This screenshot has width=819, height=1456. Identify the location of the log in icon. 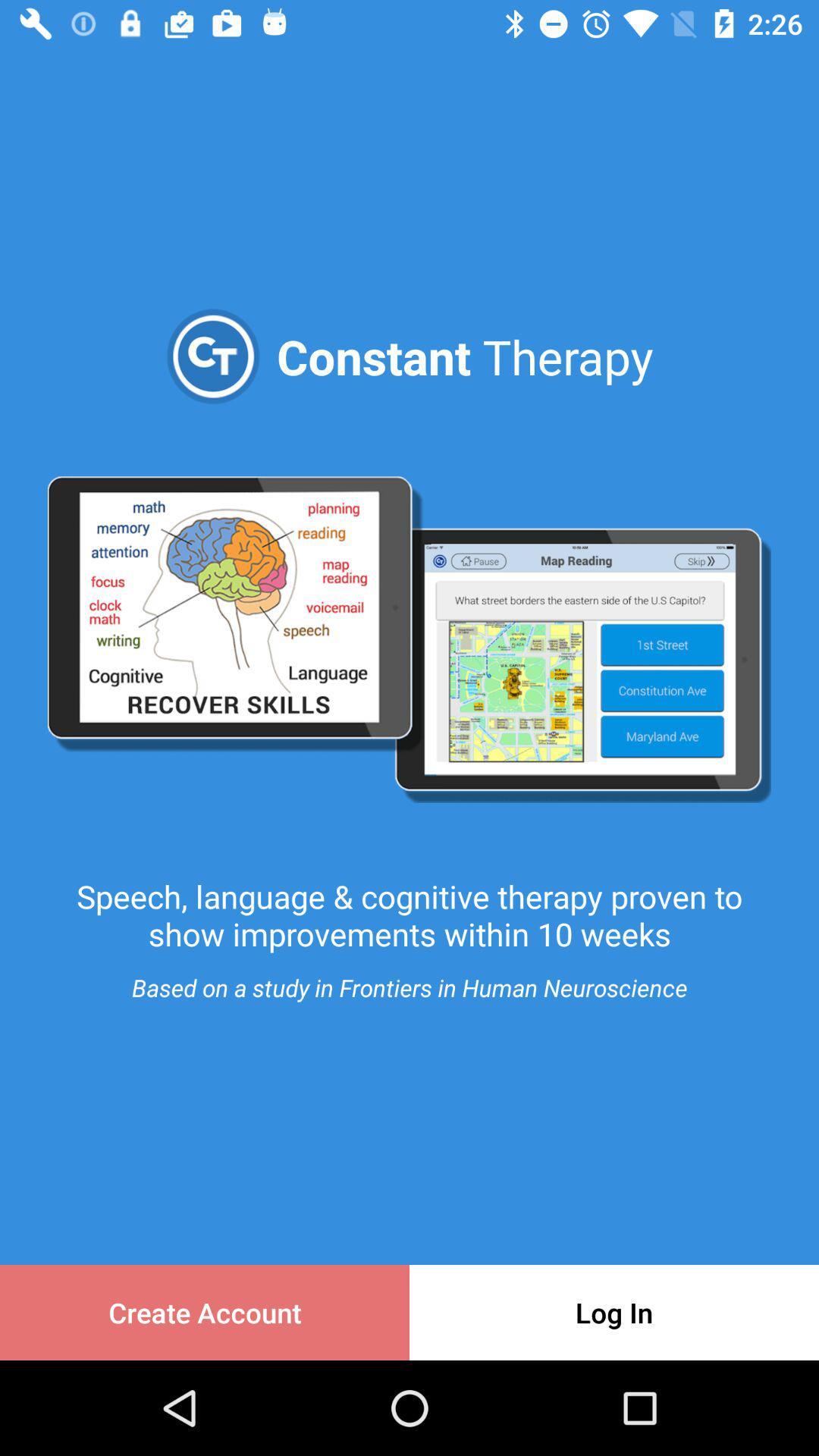
(614, 1312).